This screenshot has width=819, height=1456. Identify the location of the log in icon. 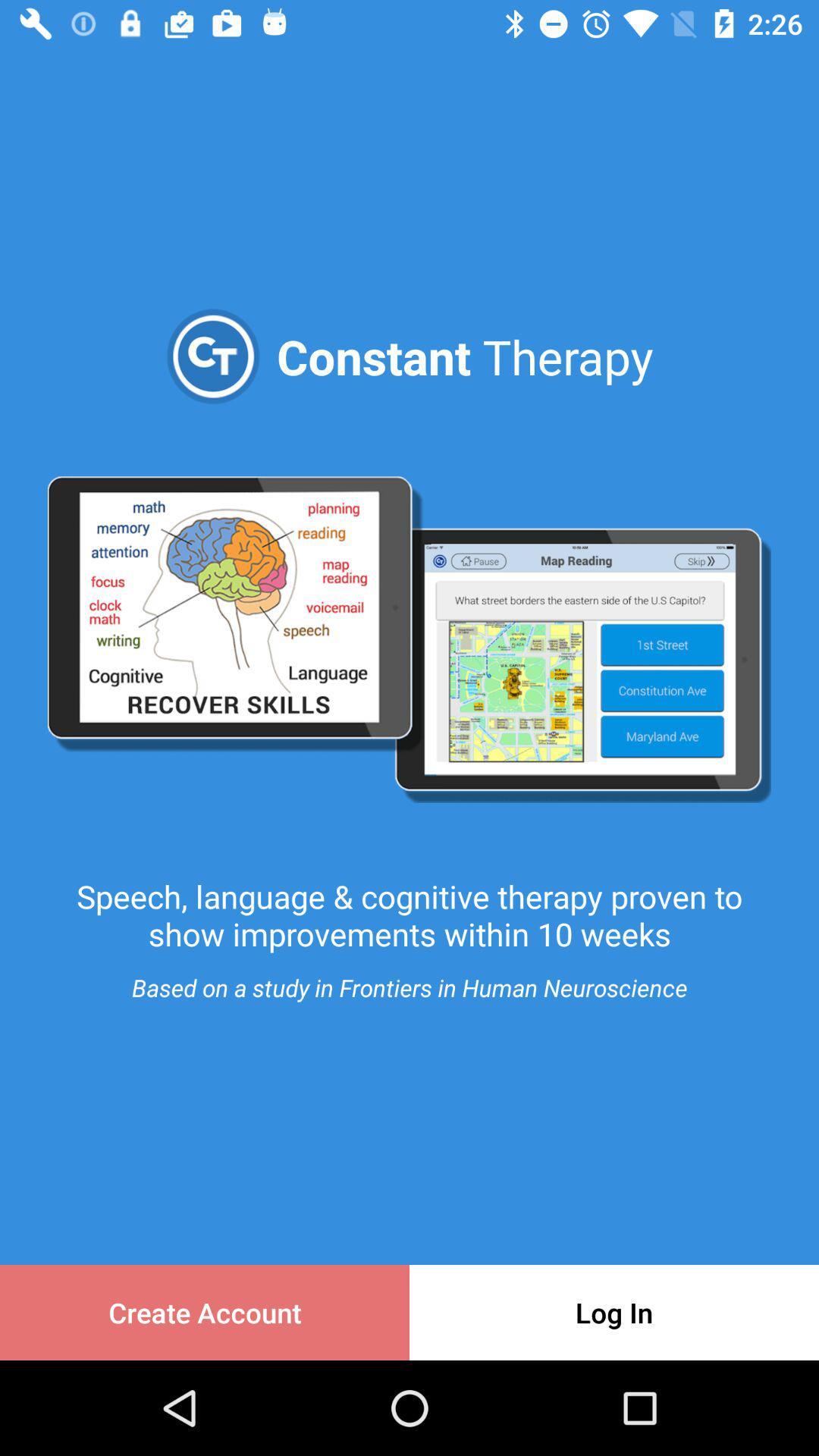
(614, 1312).